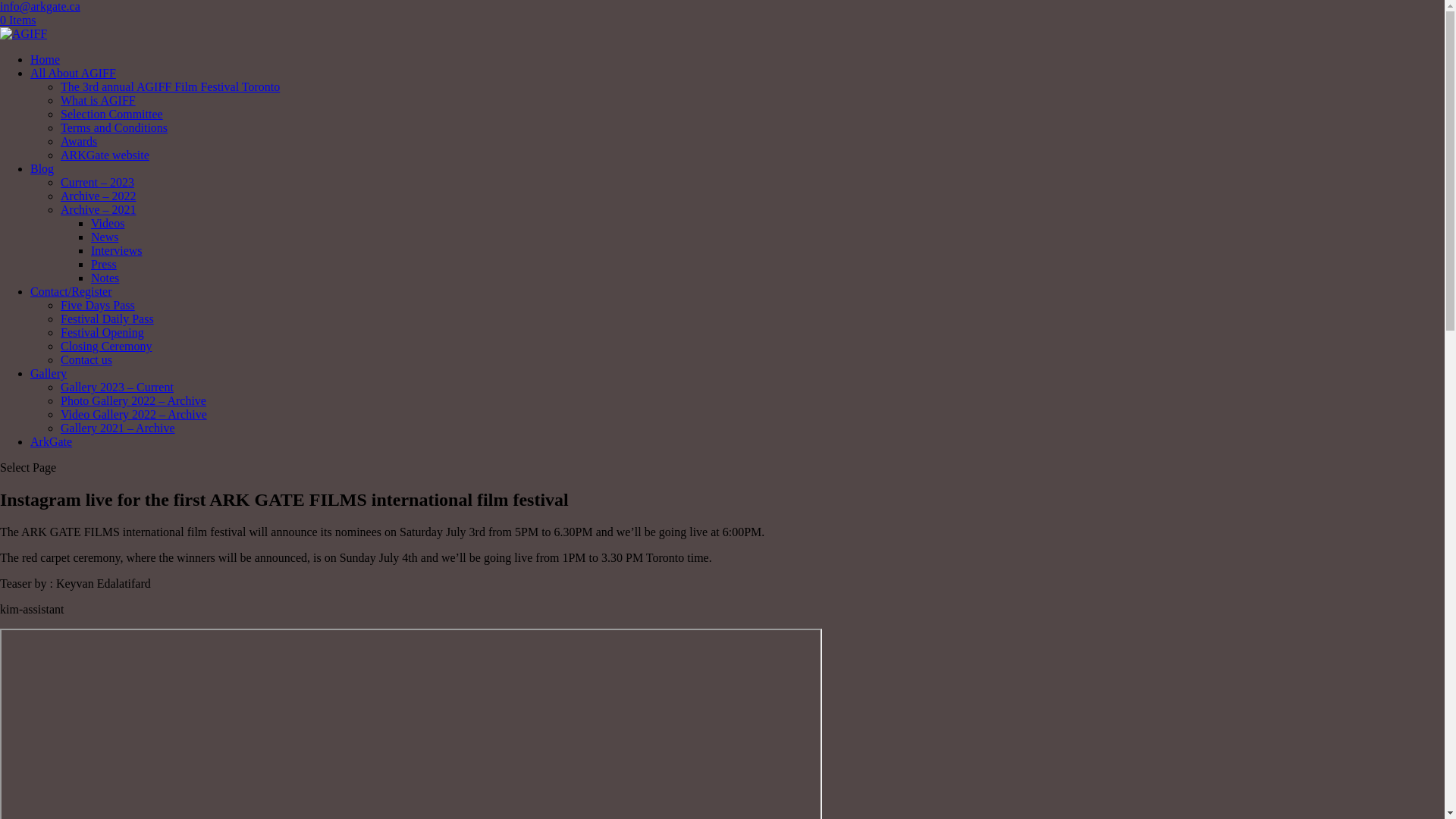  Describe the element at coordinates (39, 6) in the screenshot. I see `'info@arkgate.ca'` at that location.